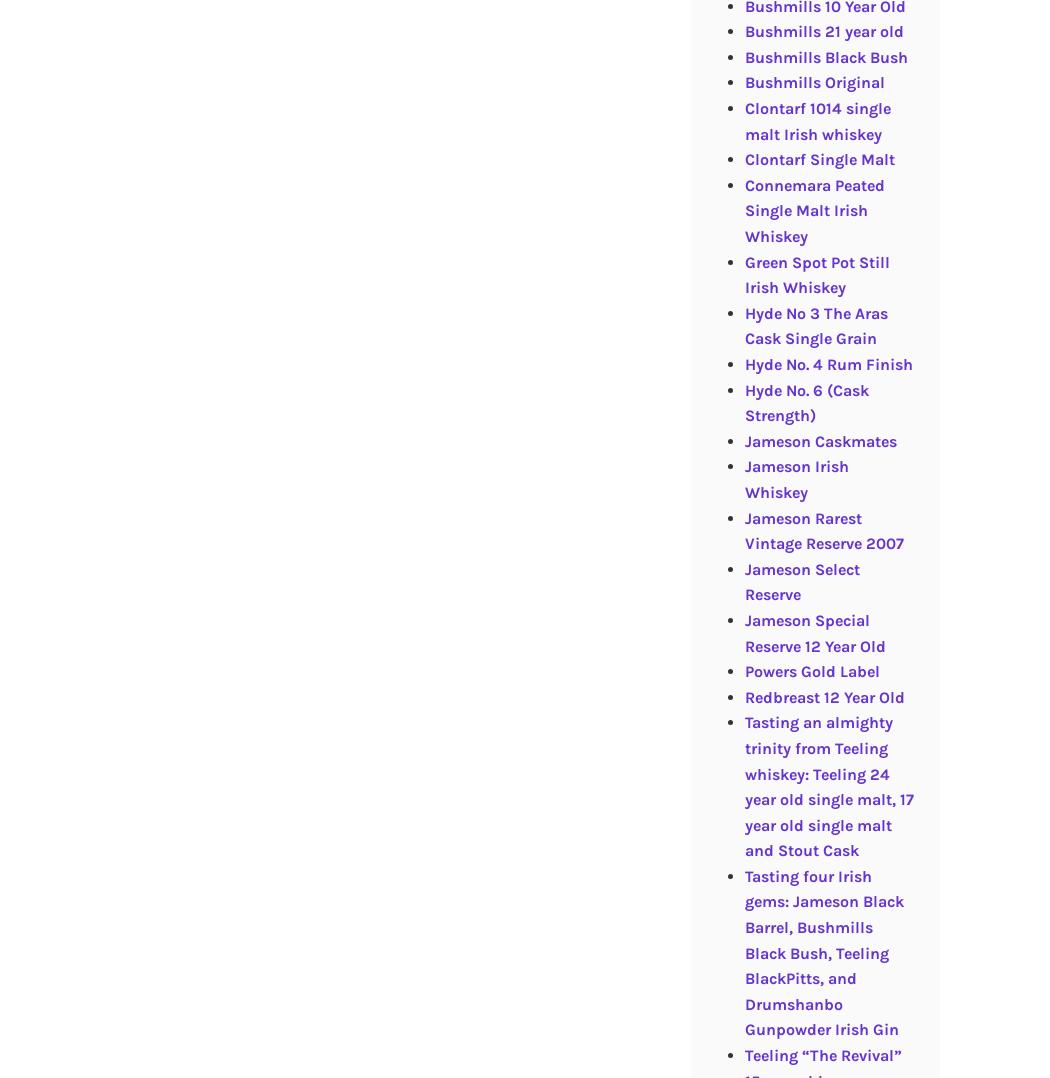  What do you see at coordinates (823, 695) in the screenshot?
I see `'Redbreast 12 Year Old'` at bounding box center [823, 695].